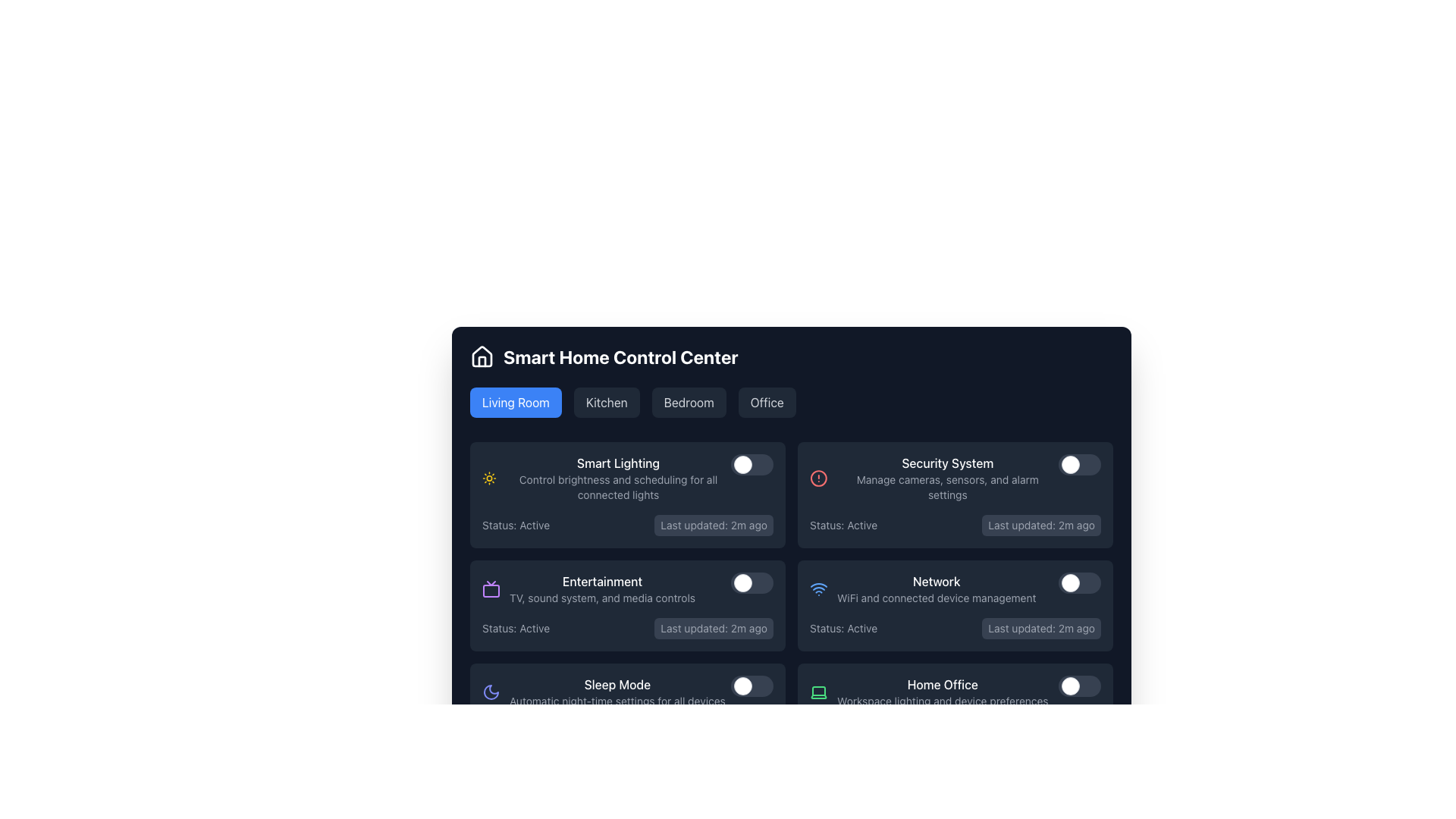  What do you see at coordinates (688, 402) in the screenshot?
I see `the 'Bedroom' button, which is a rectangular button with rounded corners, labeled in light gray font on a dark gray background` at bounding box center [688, 402].